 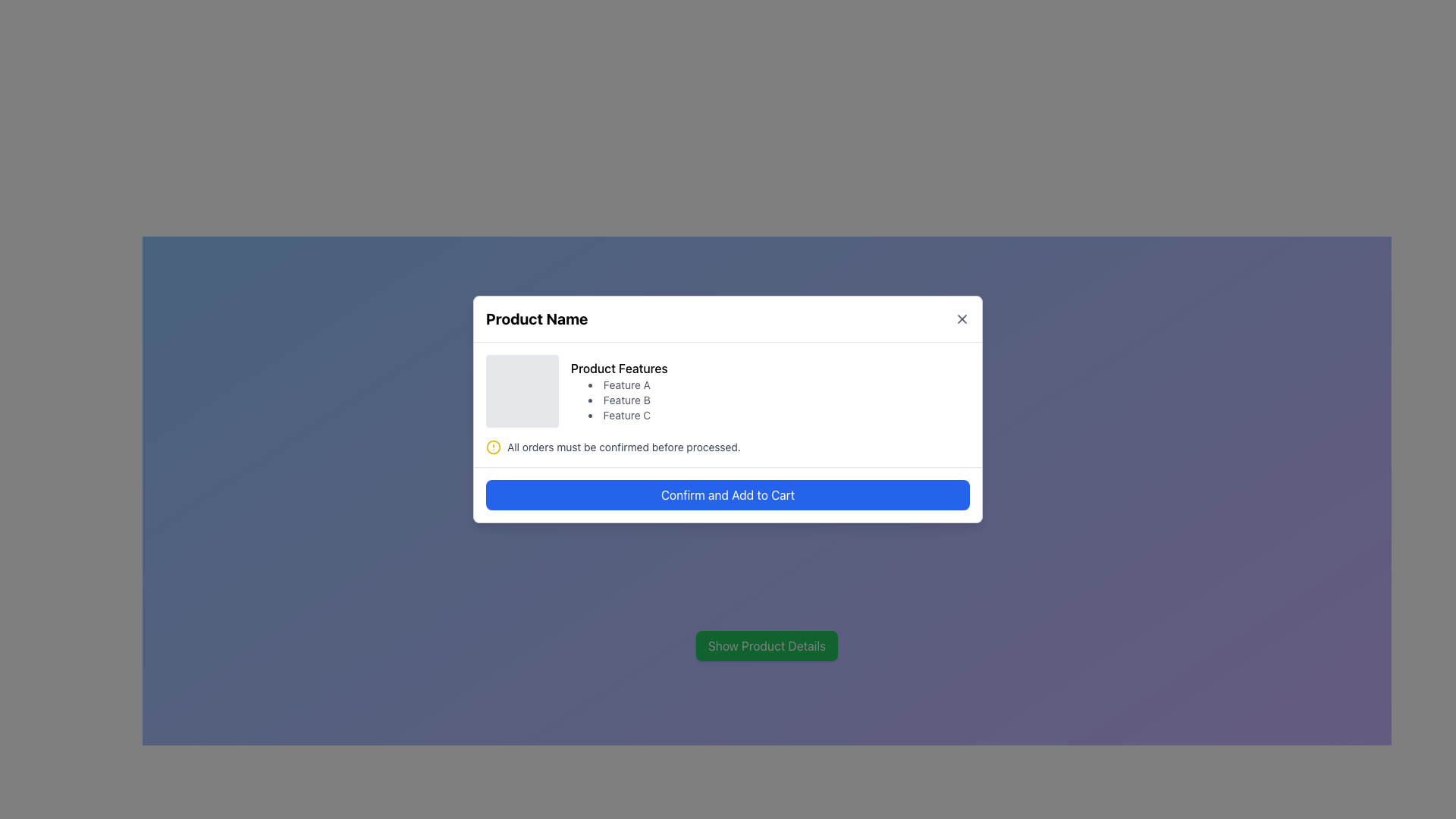 What do you see at coordinates (619, 400) in the screenshot?
I see `contents of the Unordered List located below the 'Product Features' heading in the modal dialog, which displays features of the showcased product` at bounding box center [619, 400].